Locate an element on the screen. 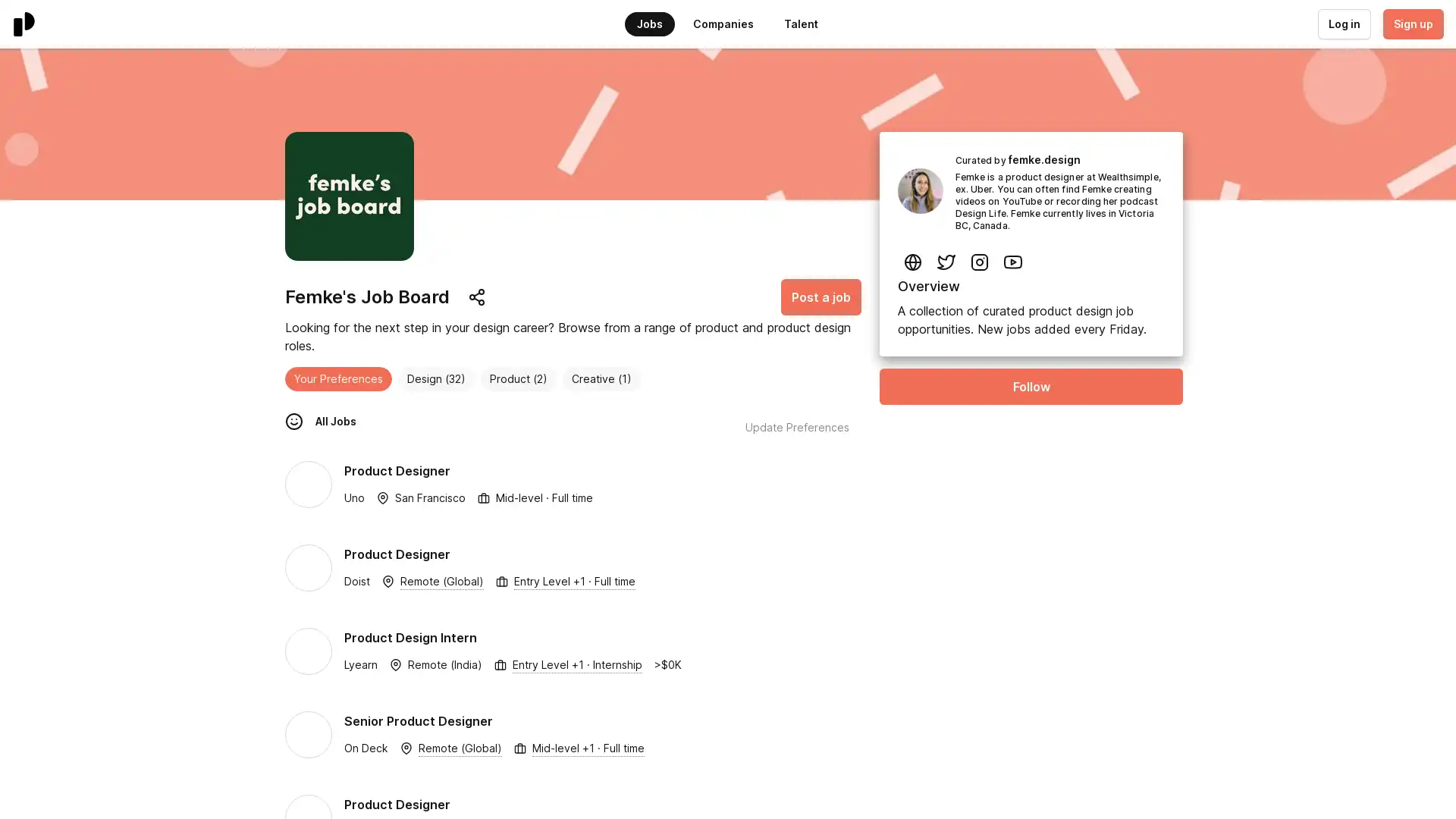  Follow is located at coordinates (1031, 385).